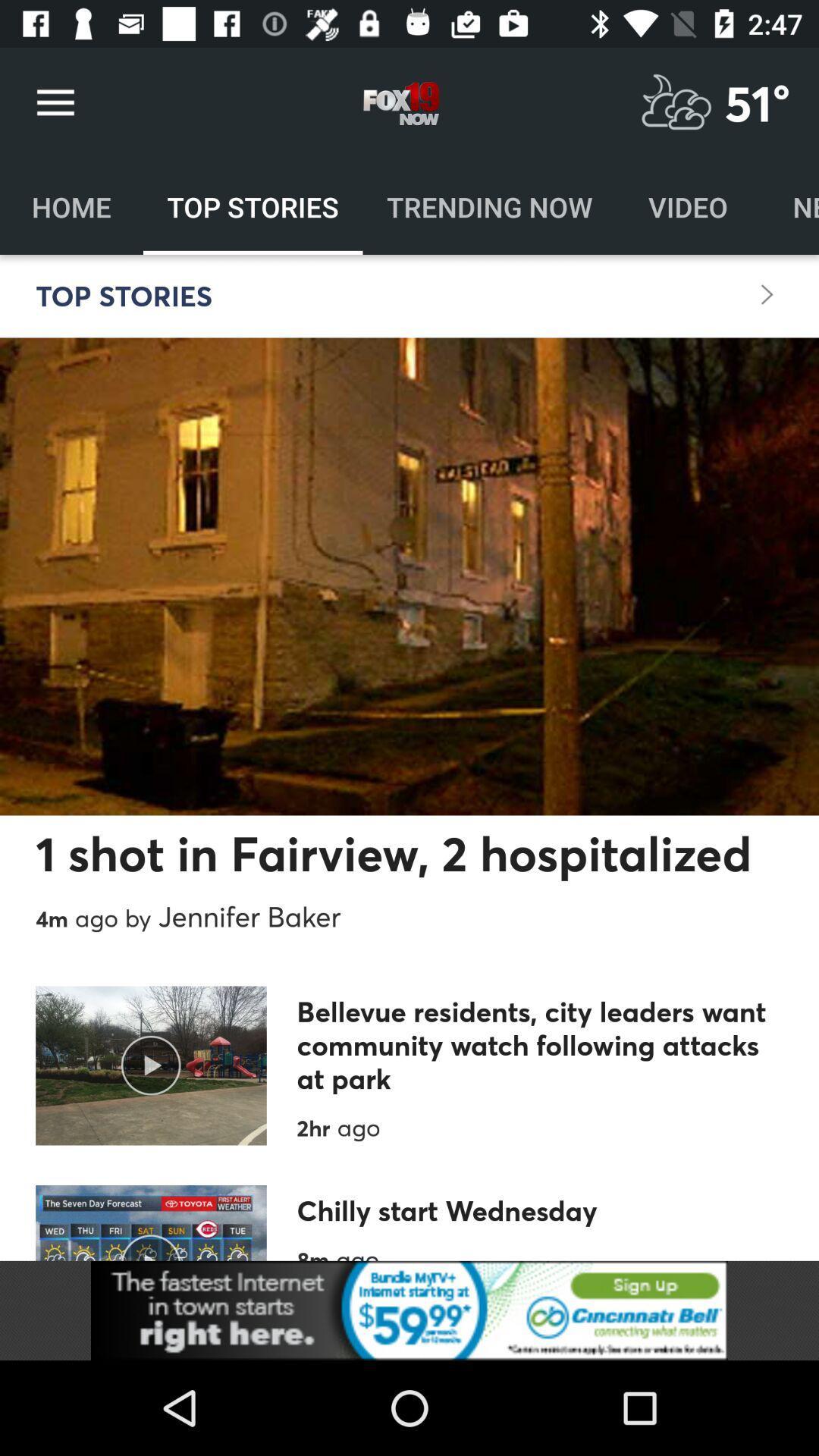  I want to click on check weather, so click(676, 102).